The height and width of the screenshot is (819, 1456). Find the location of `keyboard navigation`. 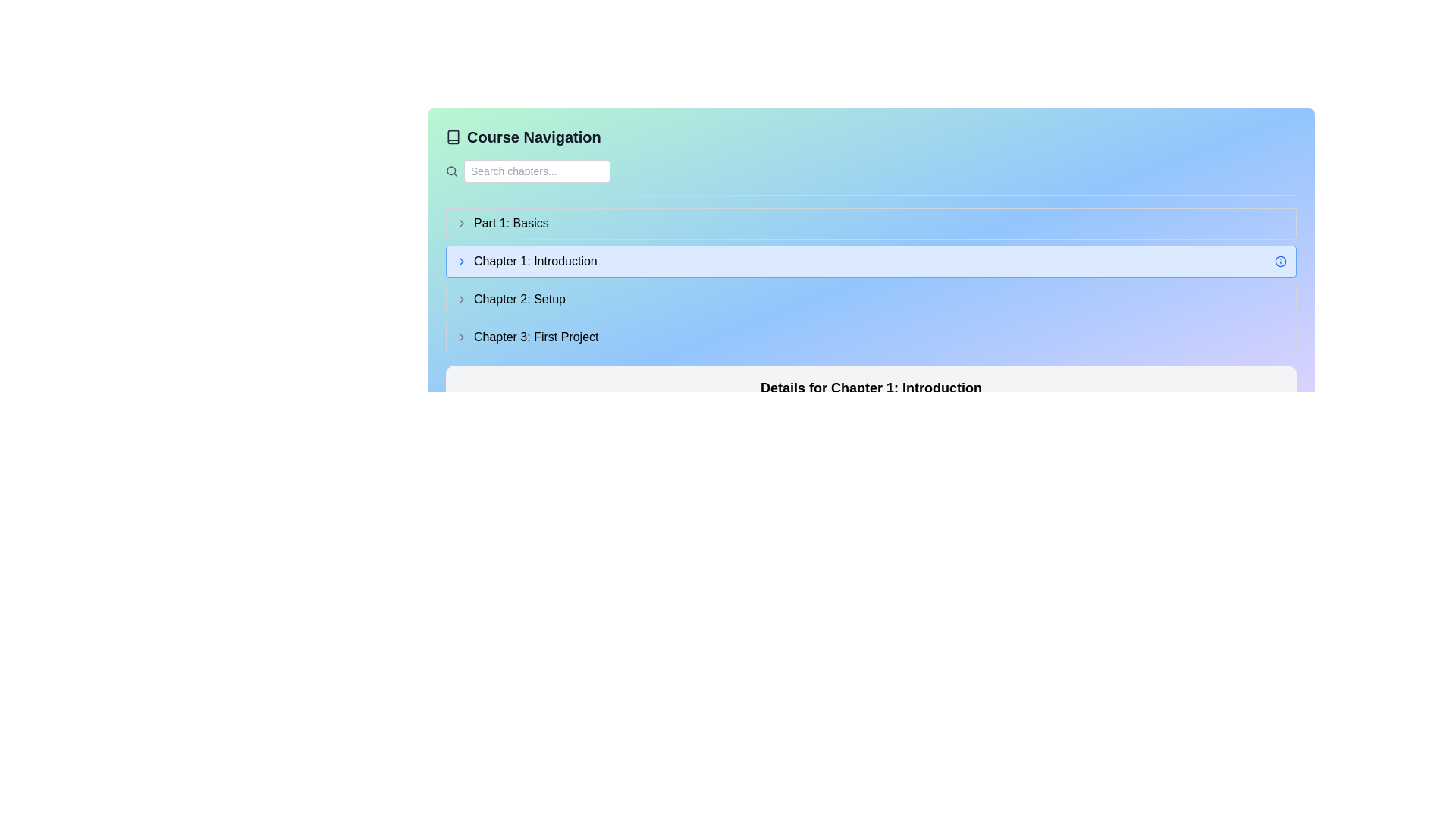

keyboard navigation is located at coordinates (461, 260).